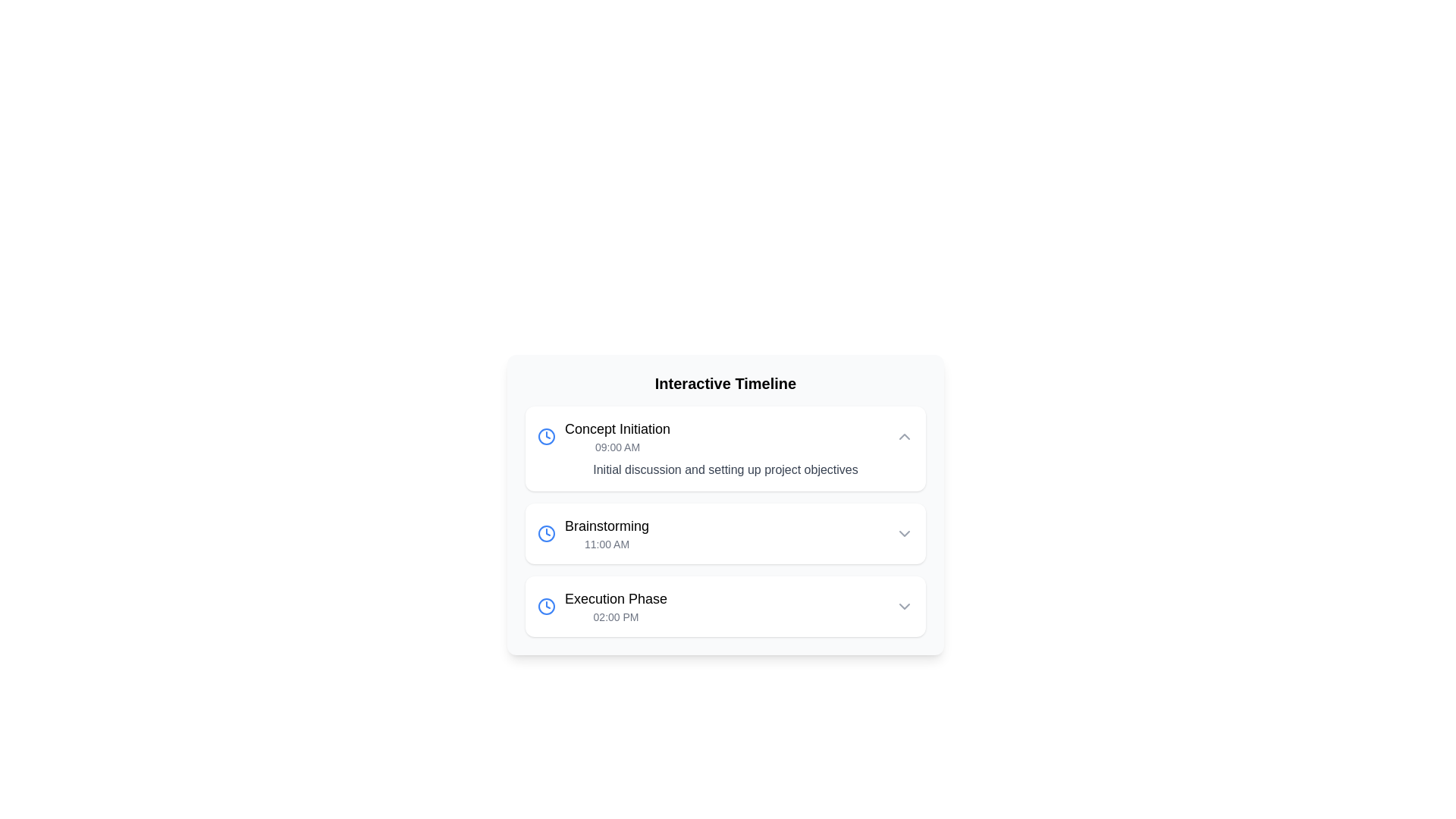 The height and width of the screenshot is (819, 1456). I want to click on the informational text block displaying 'Execution Phase' with the time '02:00 PM', which is the third entry in the vertical timeline, so click(616, 605).